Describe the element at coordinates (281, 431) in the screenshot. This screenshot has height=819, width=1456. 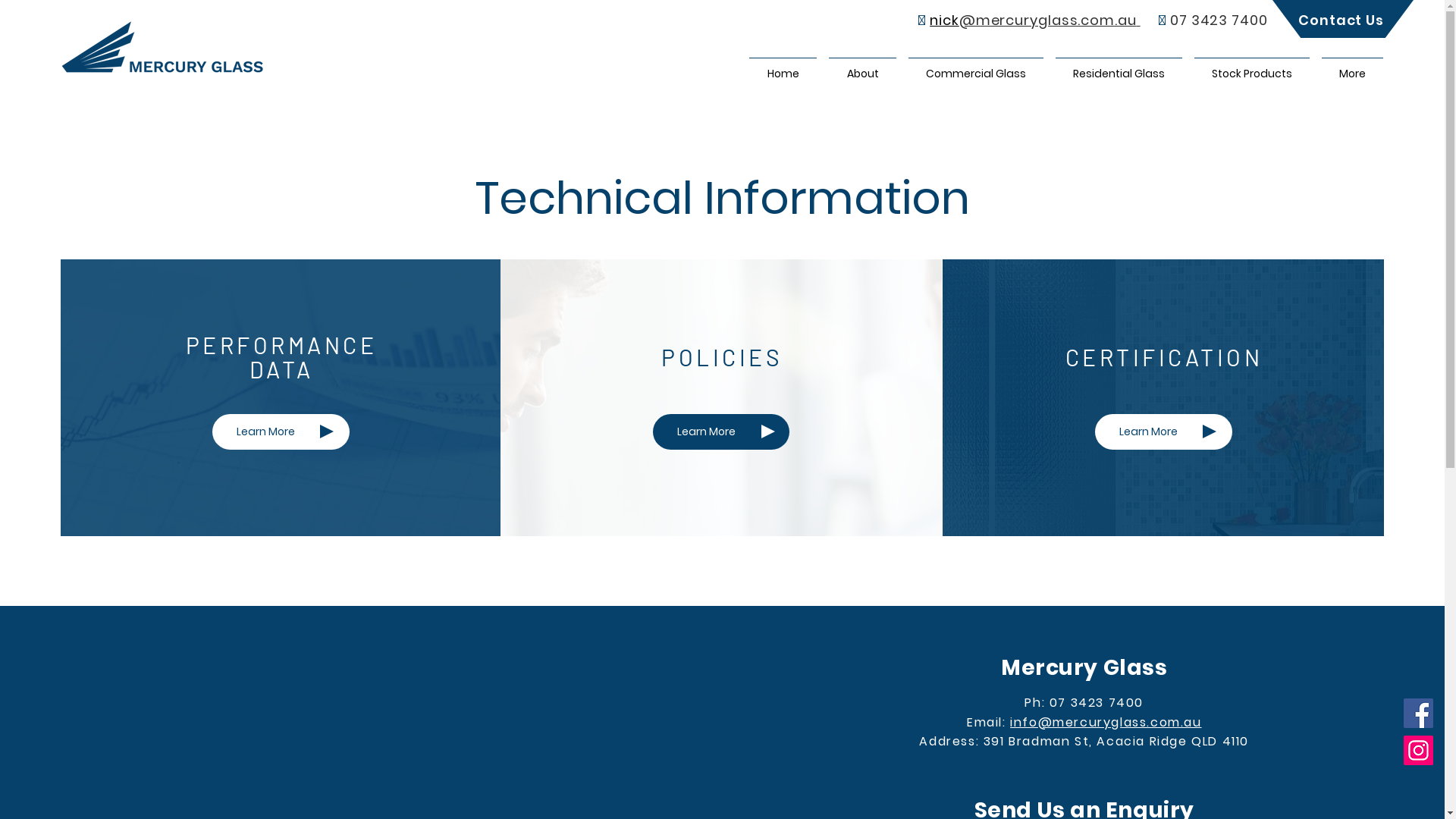
I see `'Learn More'` at that location.